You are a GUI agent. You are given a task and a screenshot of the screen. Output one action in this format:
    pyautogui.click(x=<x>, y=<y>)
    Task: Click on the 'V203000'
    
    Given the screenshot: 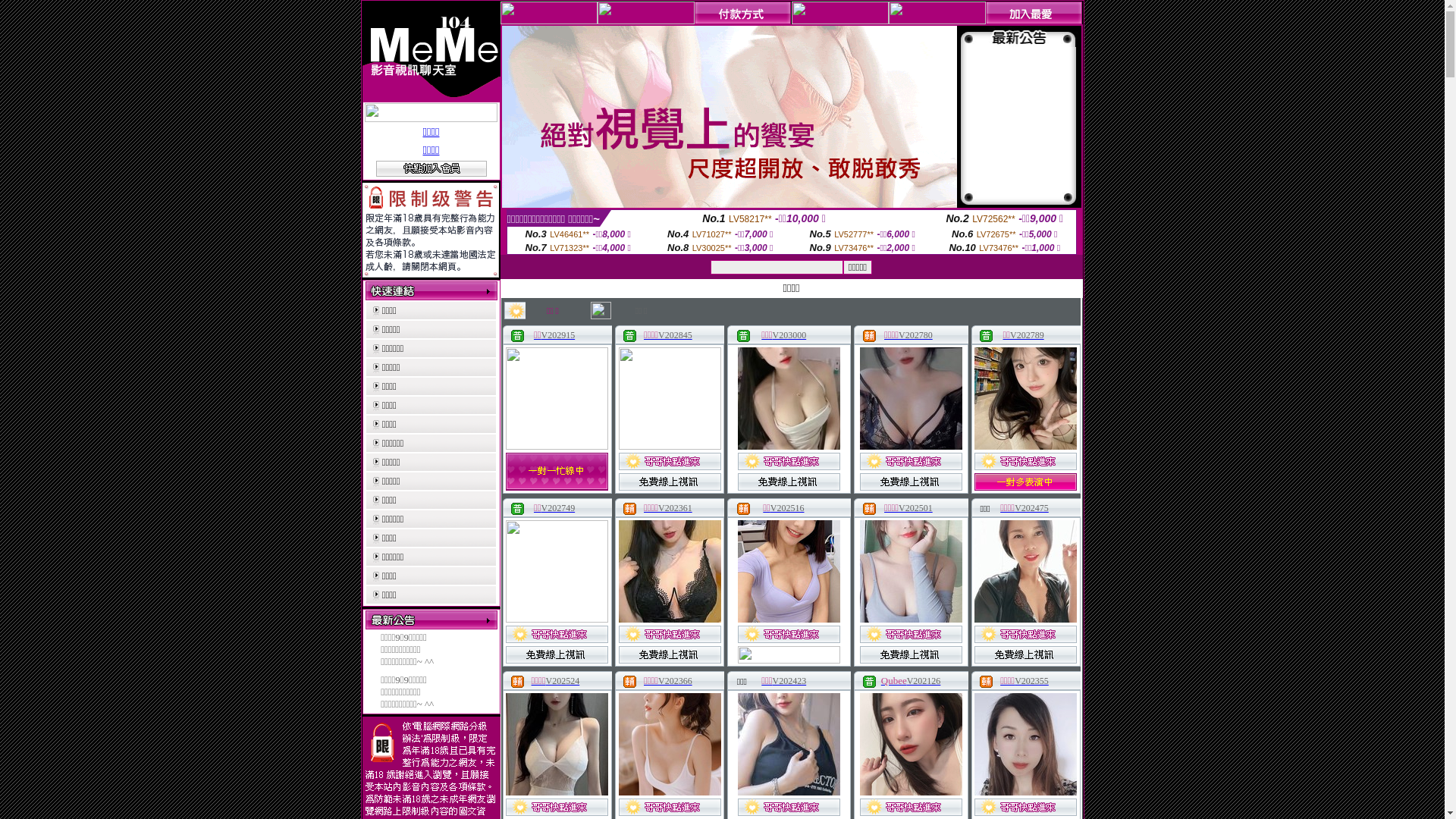 What is the action you would take?
    pyautogui.click(x=789, y=334)
    